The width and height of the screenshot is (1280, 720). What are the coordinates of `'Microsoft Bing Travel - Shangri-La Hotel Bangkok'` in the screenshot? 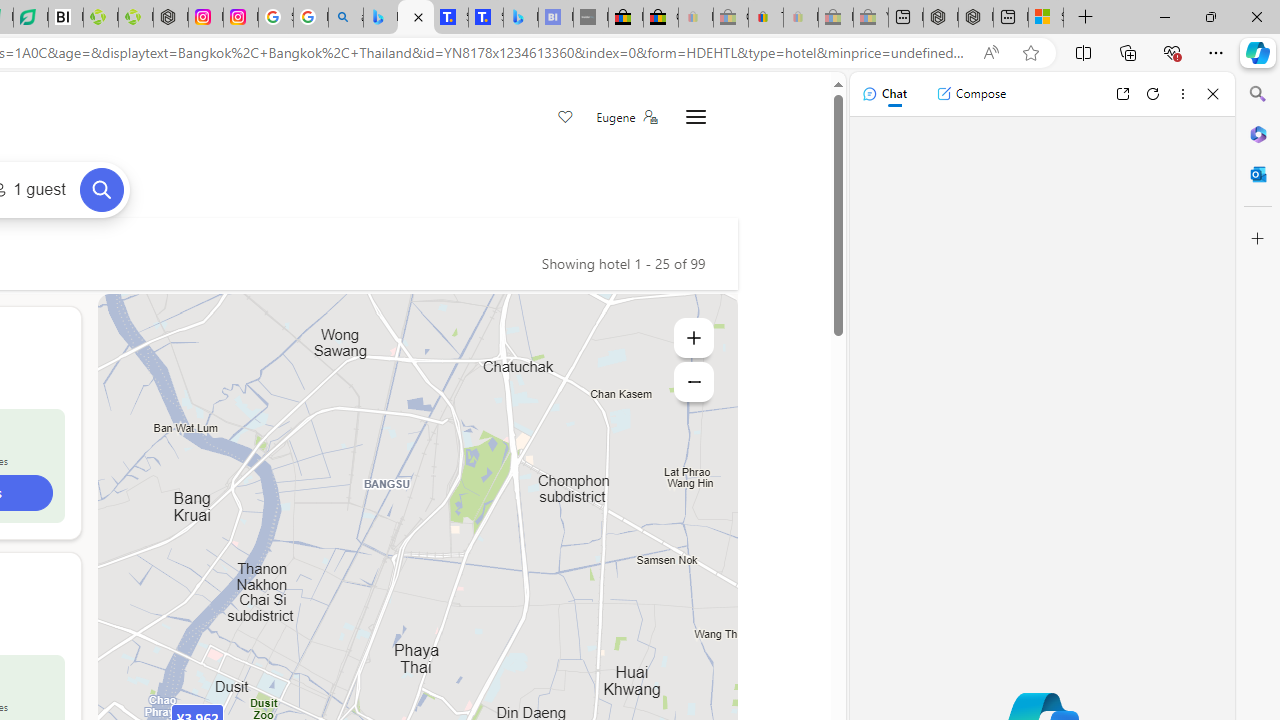 It's located at (520, 17).